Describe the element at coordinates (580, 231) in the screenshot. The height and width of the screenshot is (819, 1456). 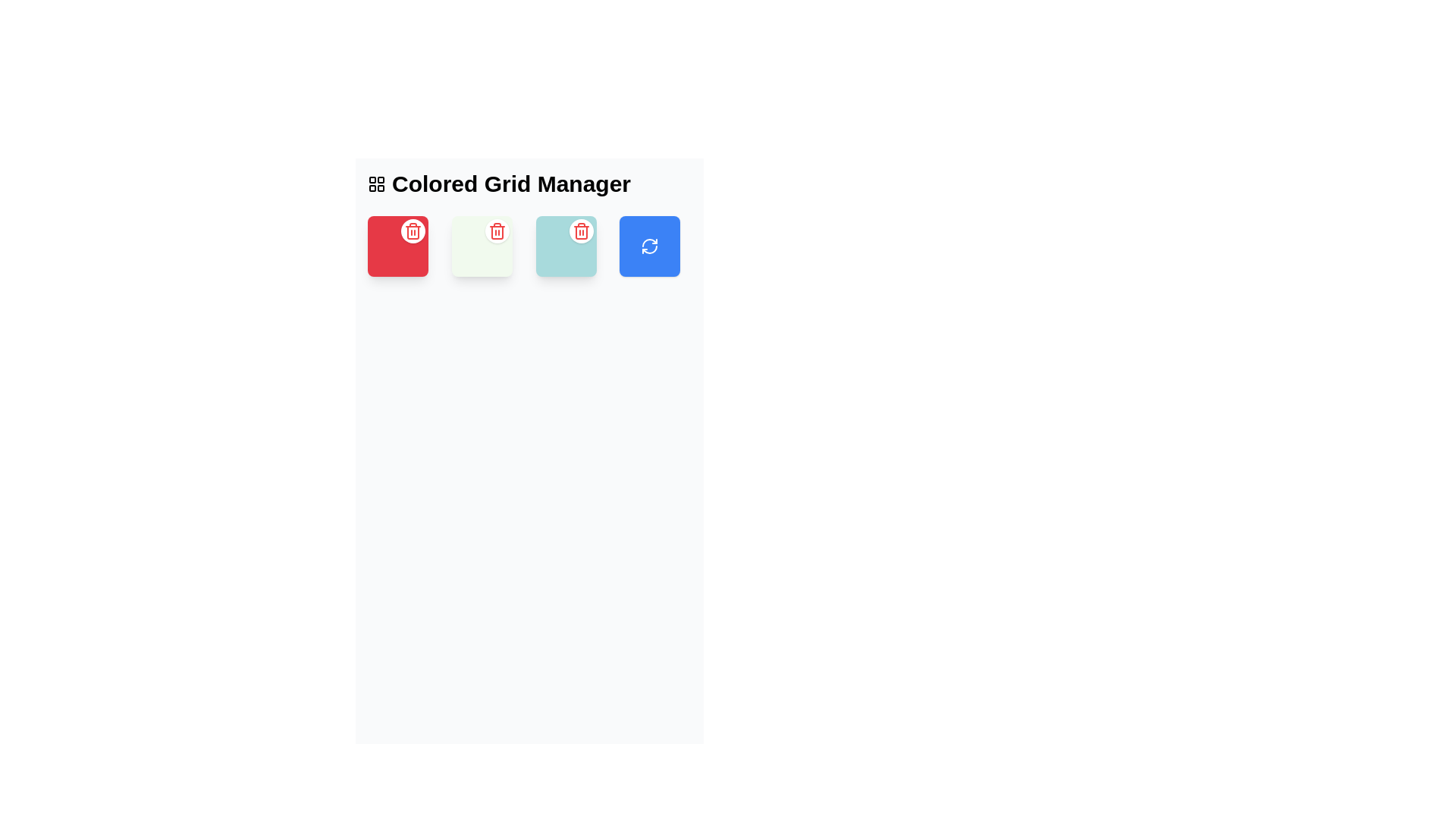
I see `the delete button located at the top-right corner of the third cyan-colored card` at that location.